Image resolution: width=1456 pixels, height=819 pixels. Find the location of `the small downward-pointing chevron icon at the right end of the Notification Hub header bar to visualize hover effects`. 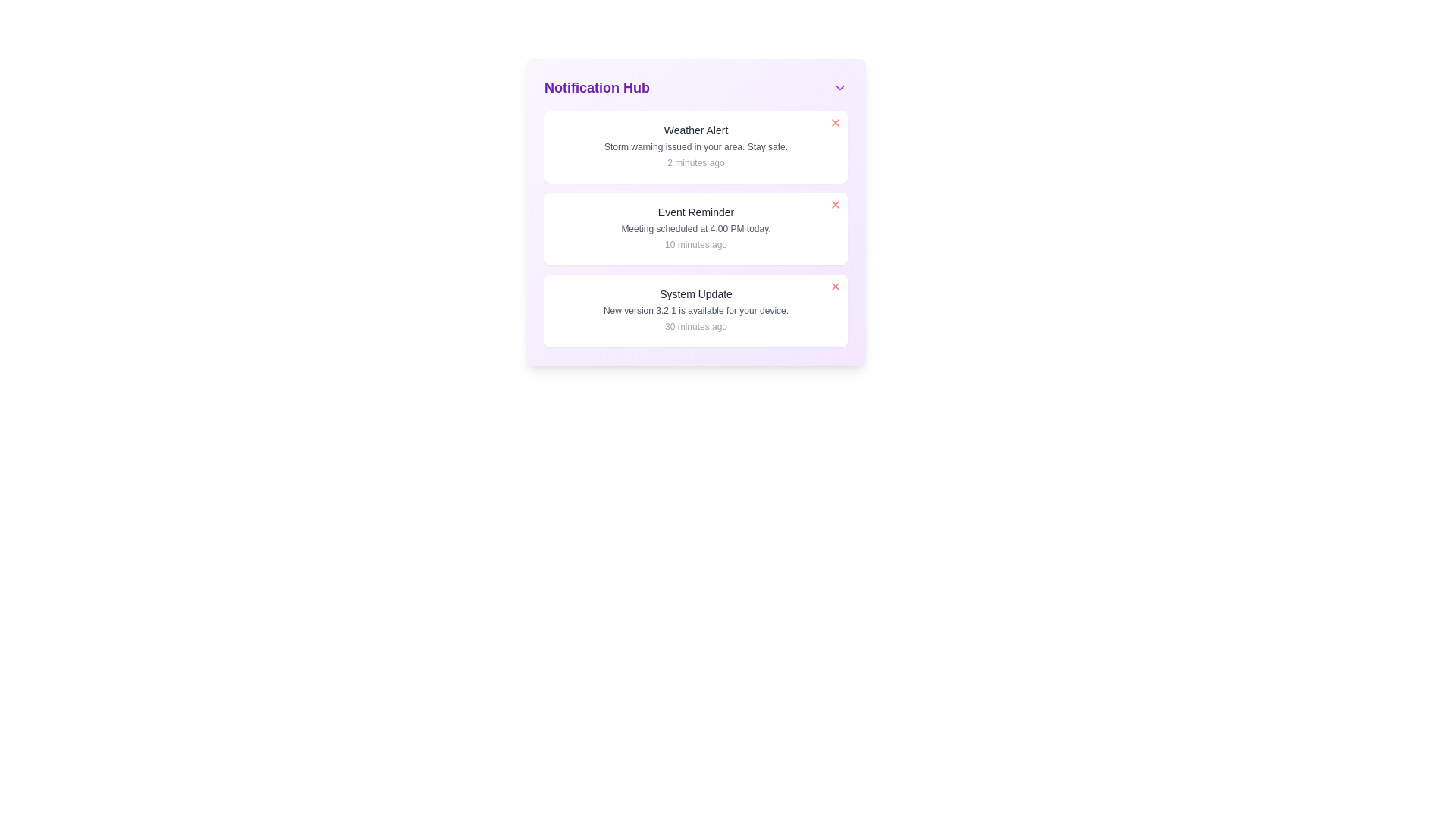

the small downward-pointing chevron icon at the right end of the Notification Hub header bar to visualize hover effects is located at coordinates (839, 87).